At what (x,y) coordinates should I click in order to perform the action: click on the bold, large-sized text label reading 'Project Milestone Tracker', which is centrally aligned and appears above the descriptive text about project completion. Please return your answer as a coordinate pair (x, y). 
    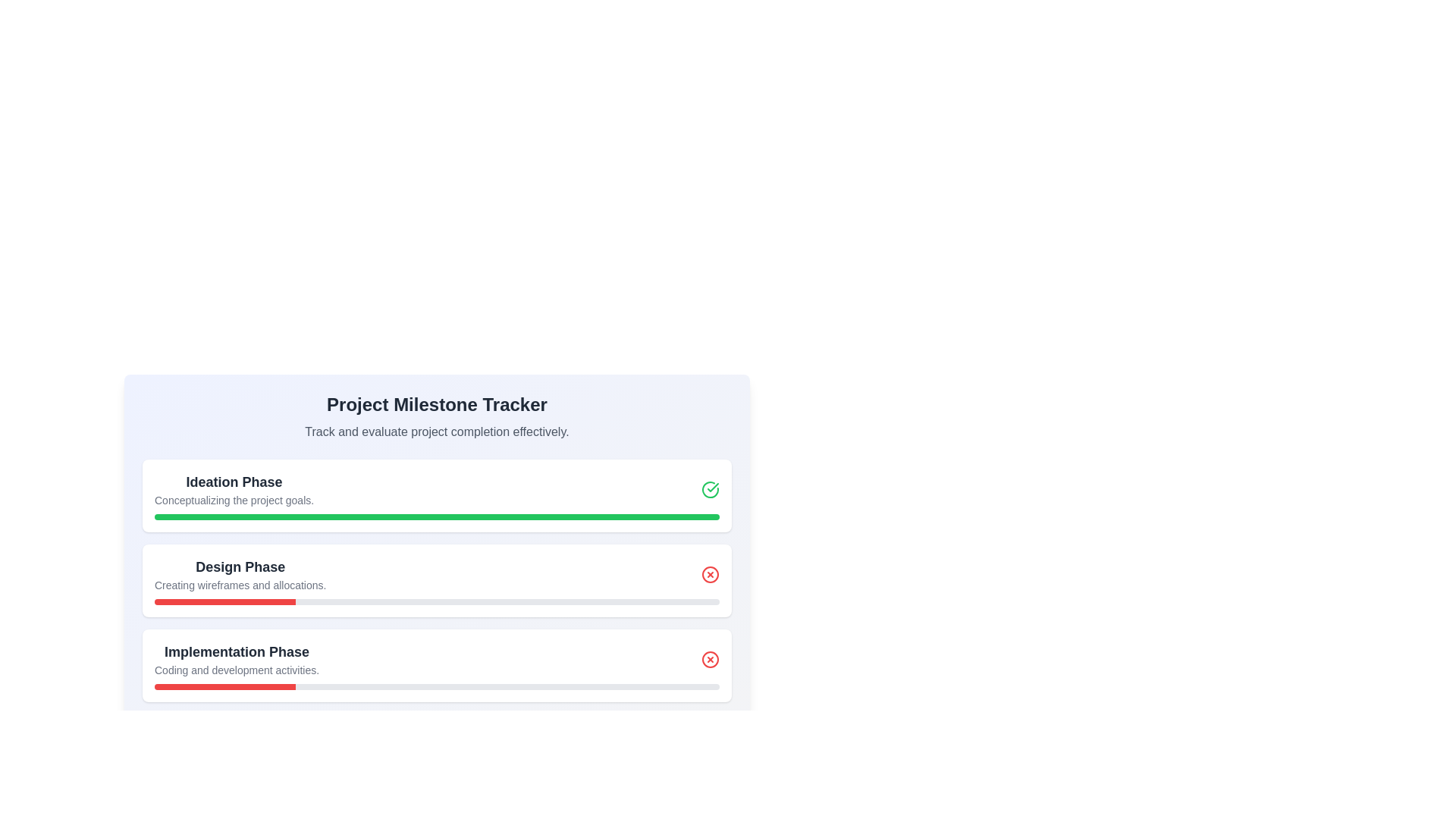
    Looking at the image, I should click on (436, 403).